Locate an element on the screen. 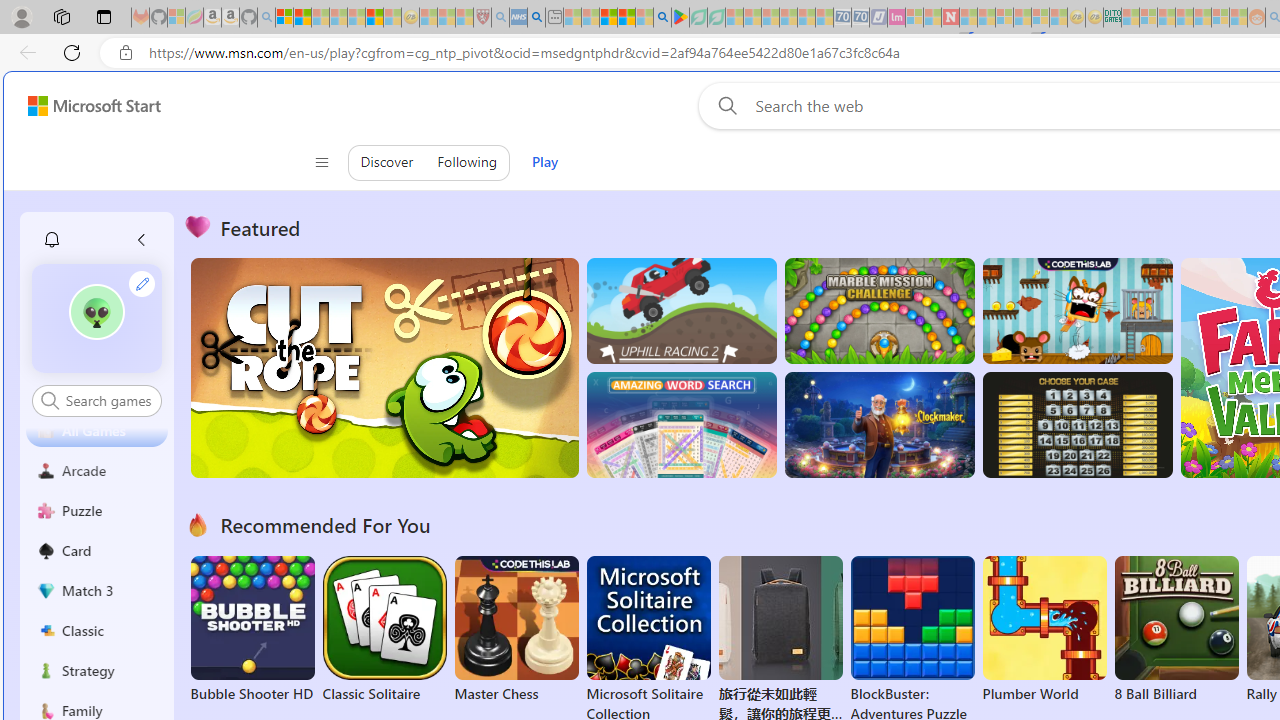  'Pets - MSN' is located at coordinates (625, 17).